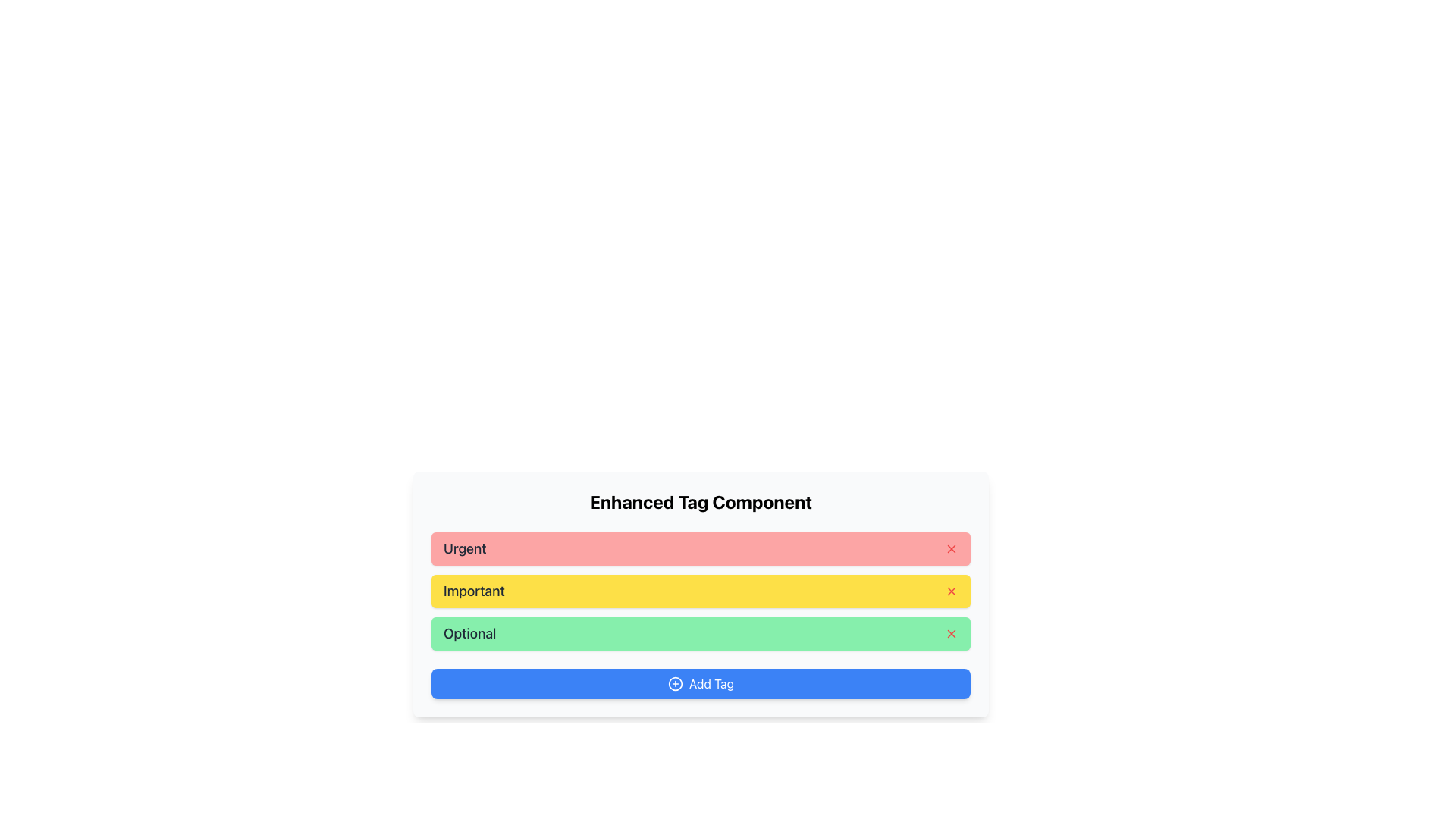  Describe the element at coordinates (950, 549) in the screenshot. I see `the delete or close icon button located in the topmost 'Urgent' tag of the Enhanced Tag Component` at that location.